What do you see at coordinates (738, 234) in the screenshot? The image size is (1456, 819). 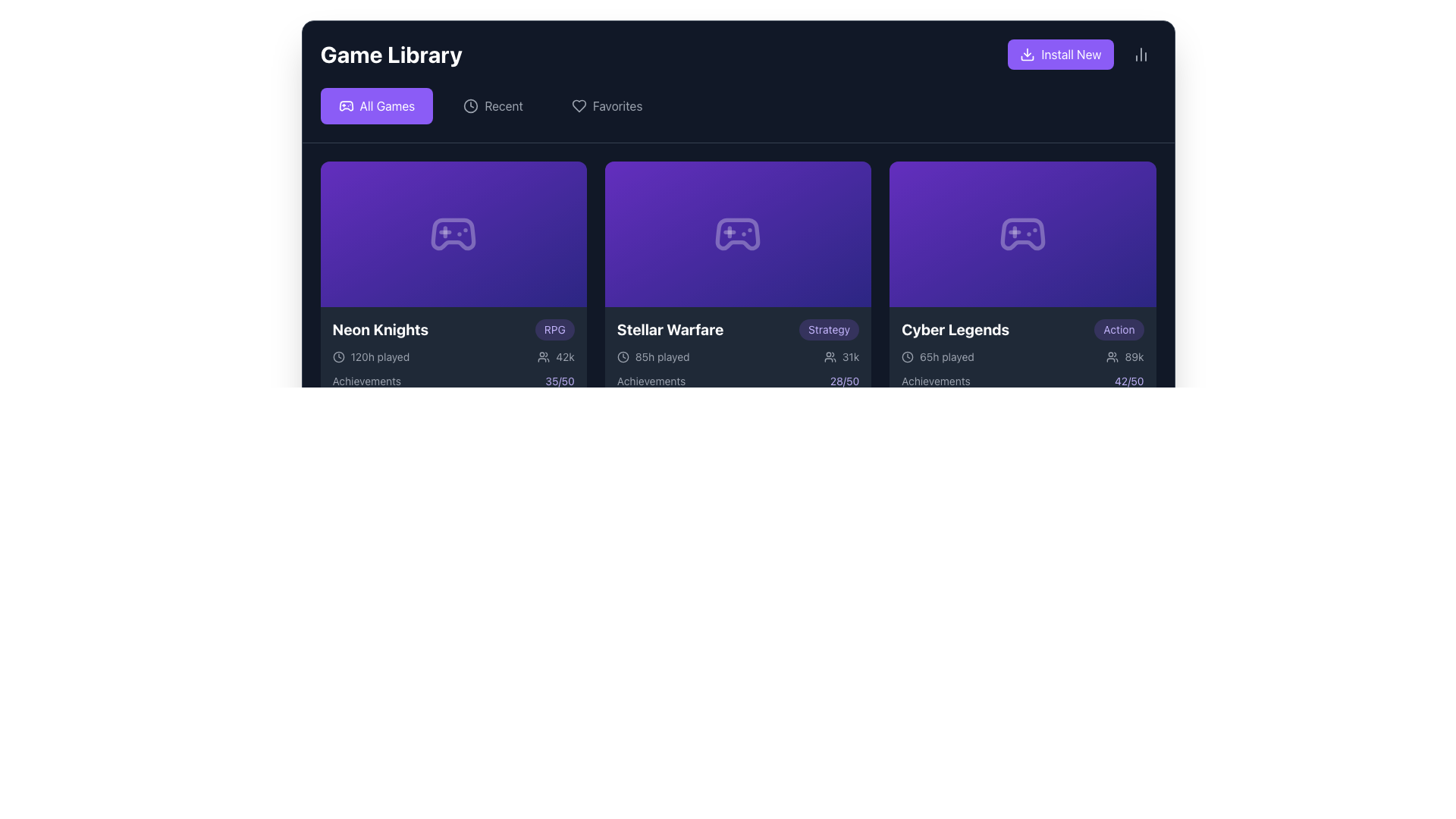 I see `the gamepad icon representing the game 'Stellar Warfare', which is purple with lighter details and located in the middle card of the second row in the grid layout` at bounding box center [738, 234].